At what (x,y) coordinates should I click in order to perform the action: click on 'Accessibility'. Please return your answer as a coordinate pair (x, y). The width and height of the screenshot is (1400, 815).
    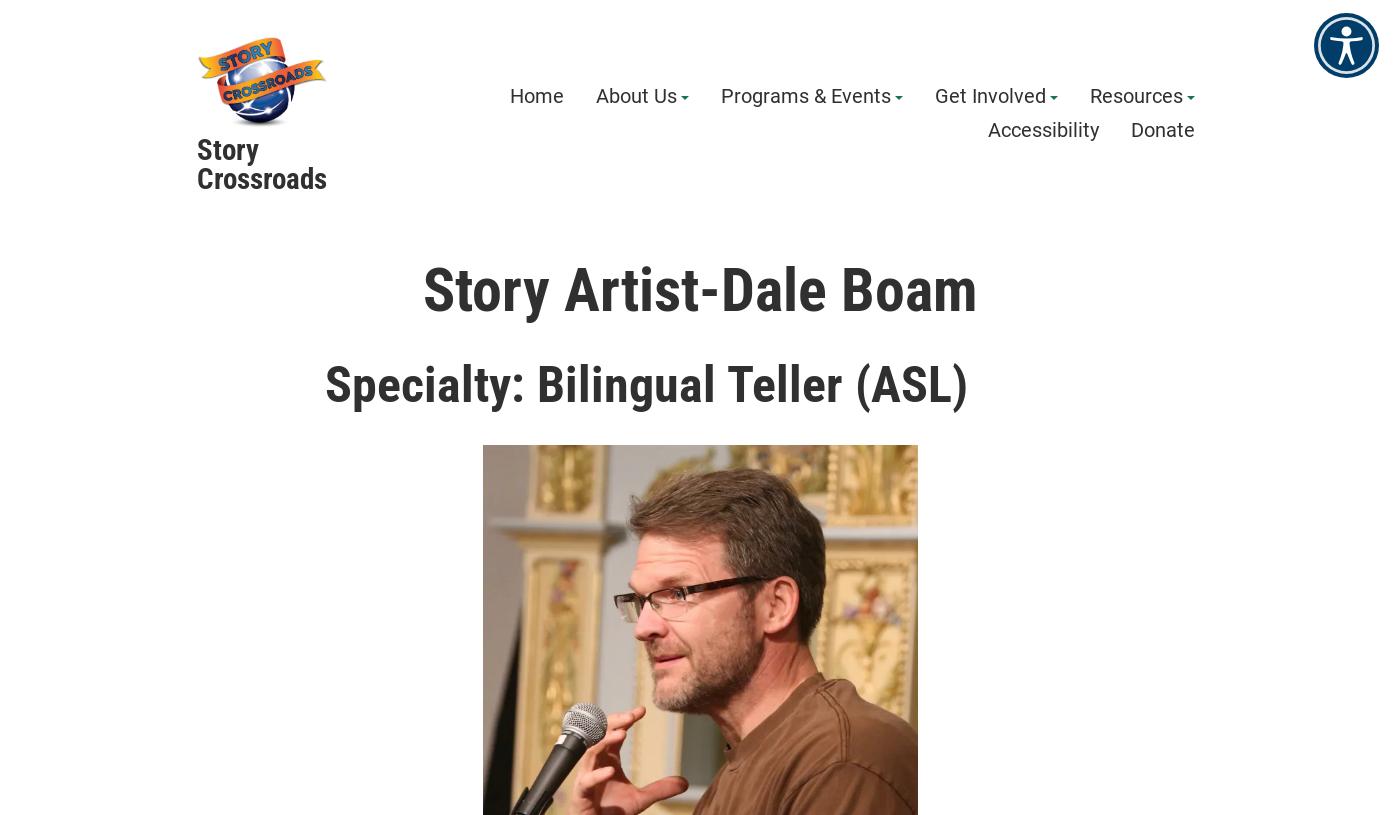
    Looking at the image, I should click on (1043, 128).